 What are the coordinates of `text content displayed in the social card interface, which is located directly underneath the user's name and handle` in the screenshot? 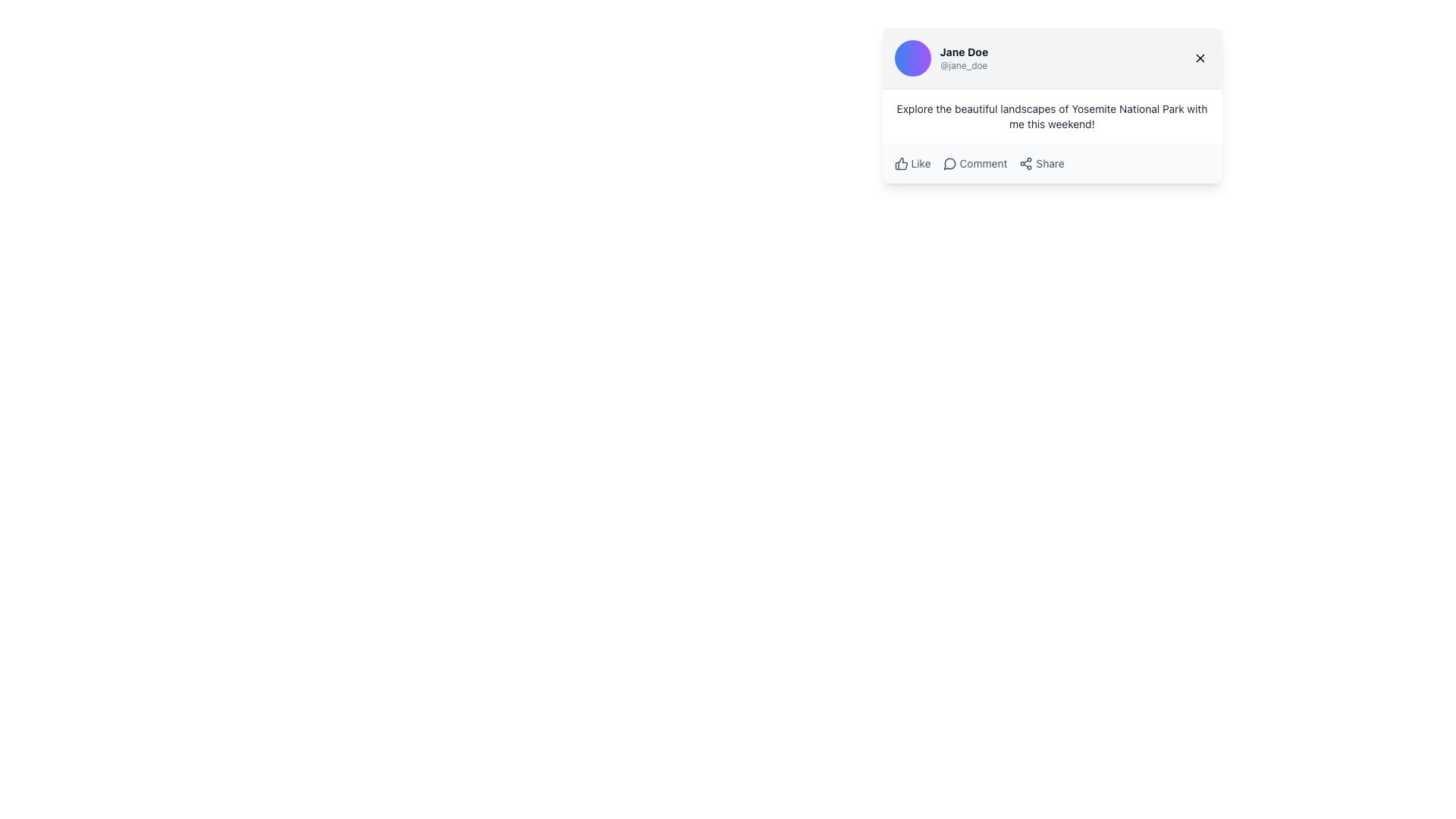 It's located at (1051, 116).